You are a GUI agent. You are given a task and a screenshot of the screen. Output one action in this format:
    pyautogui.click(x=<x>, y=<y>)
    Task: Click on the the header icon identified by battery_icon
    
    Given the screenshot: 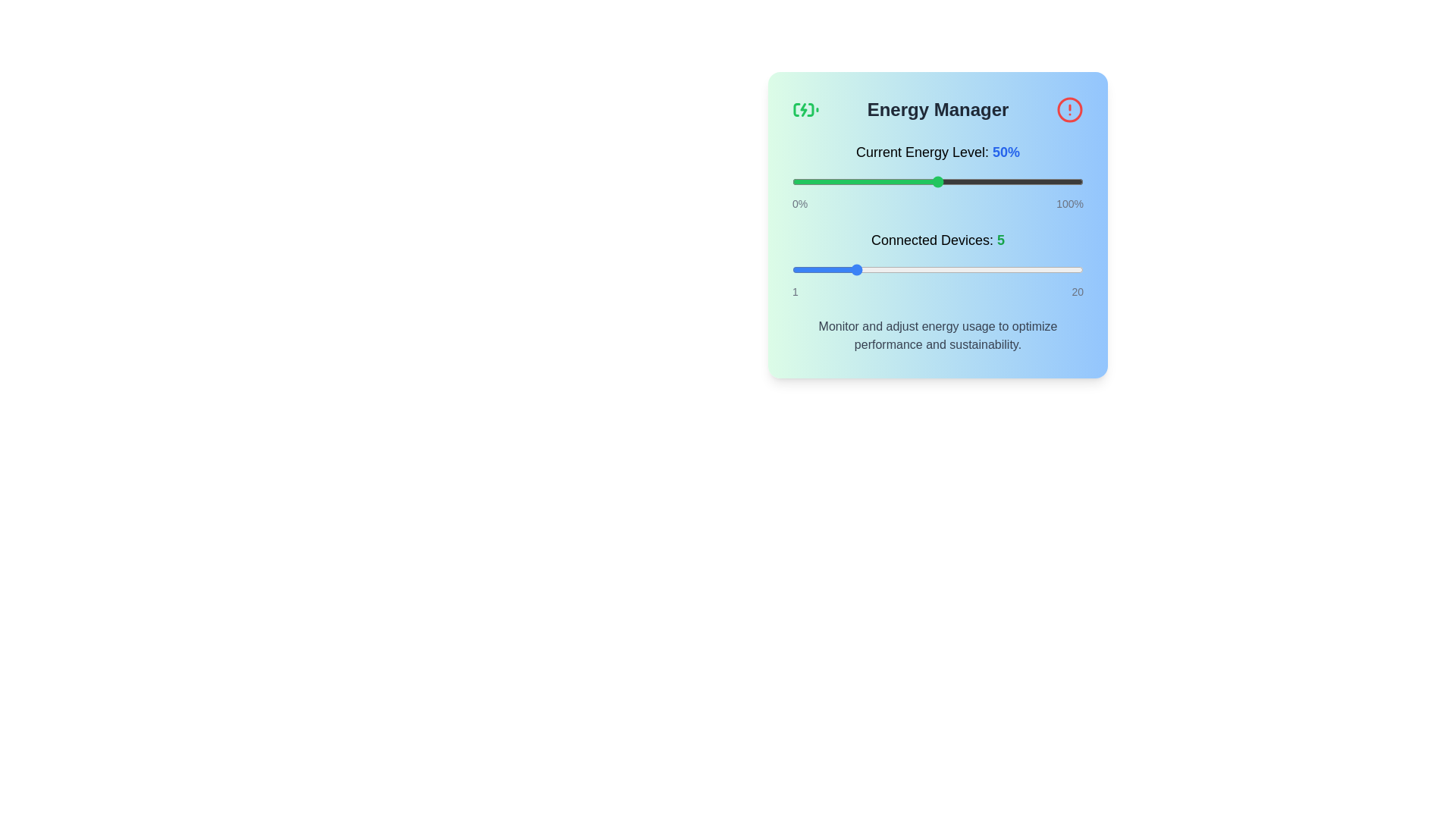 What is the action you would take?
    pyautogui.click(x=805, y=109)
    